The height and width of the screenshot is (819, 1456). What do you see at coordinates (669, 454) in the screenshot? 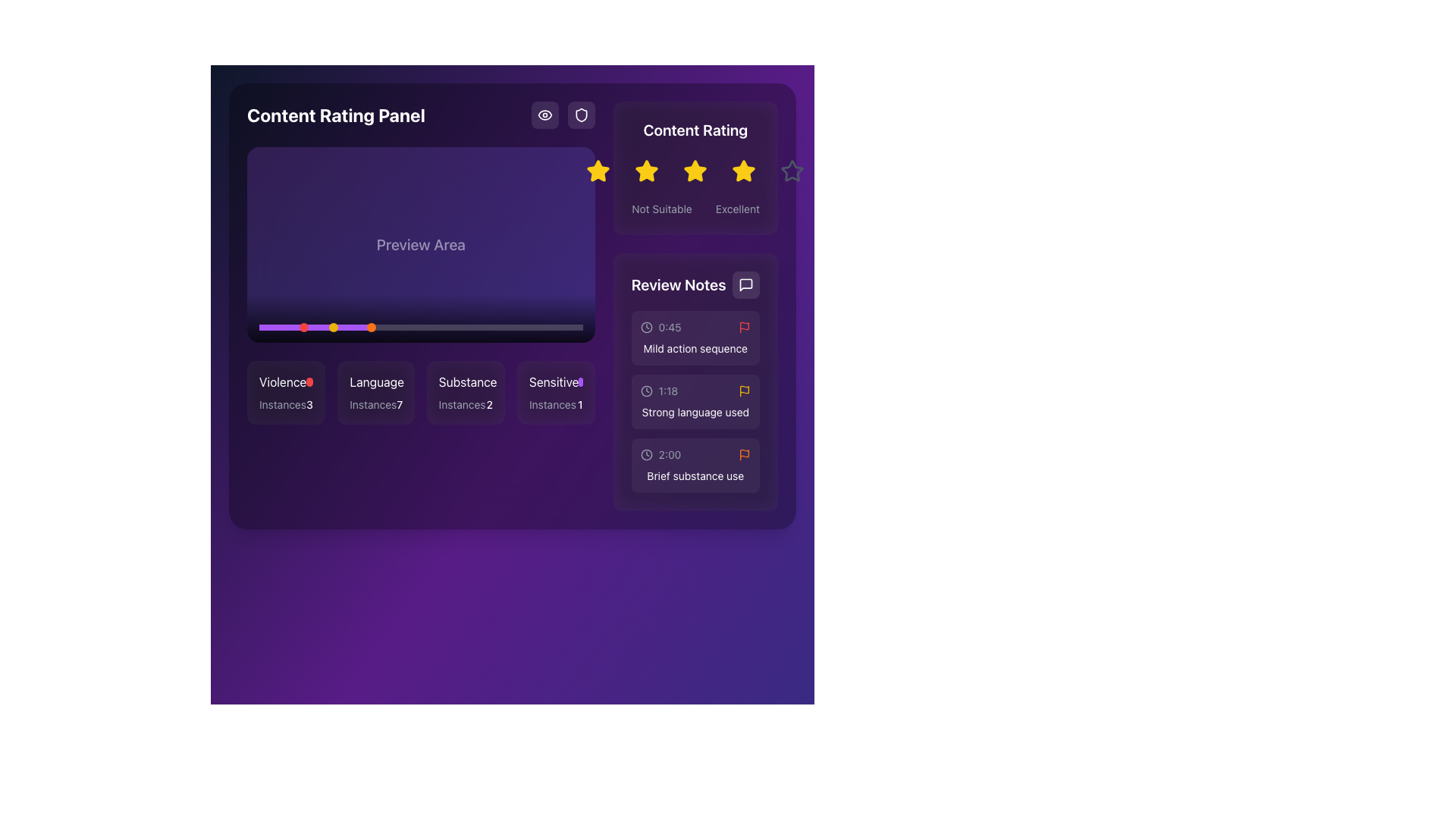
I see `the static text label displaying a timestamp in the 'Review Notes' section, which is the last entry in the list adjacent to 'Brief substance use'` at bounding box center [669, 454].